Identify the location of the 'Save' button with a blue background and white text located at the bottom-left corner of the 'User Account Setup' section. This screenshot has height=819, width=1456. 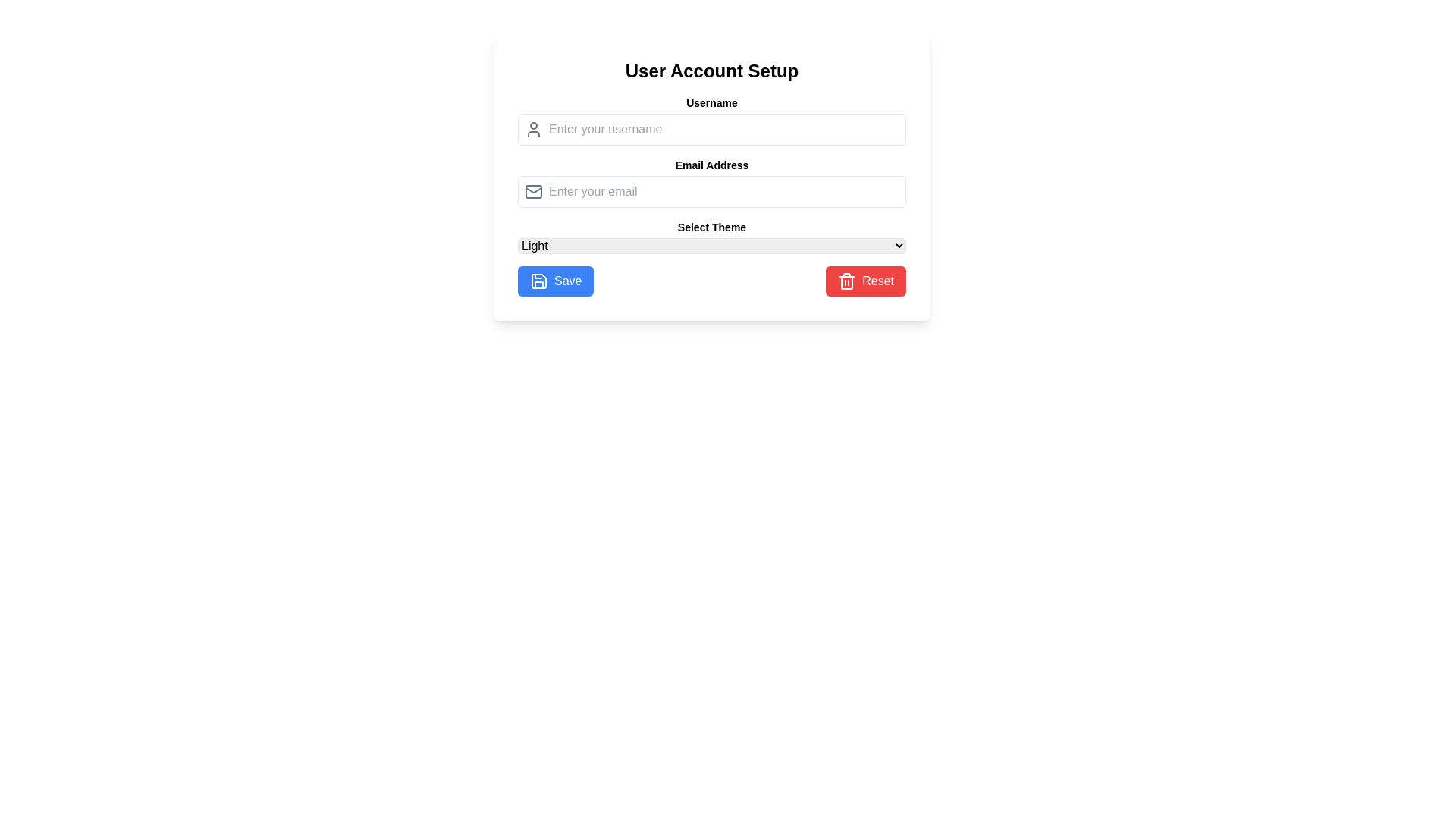
(555, 281).